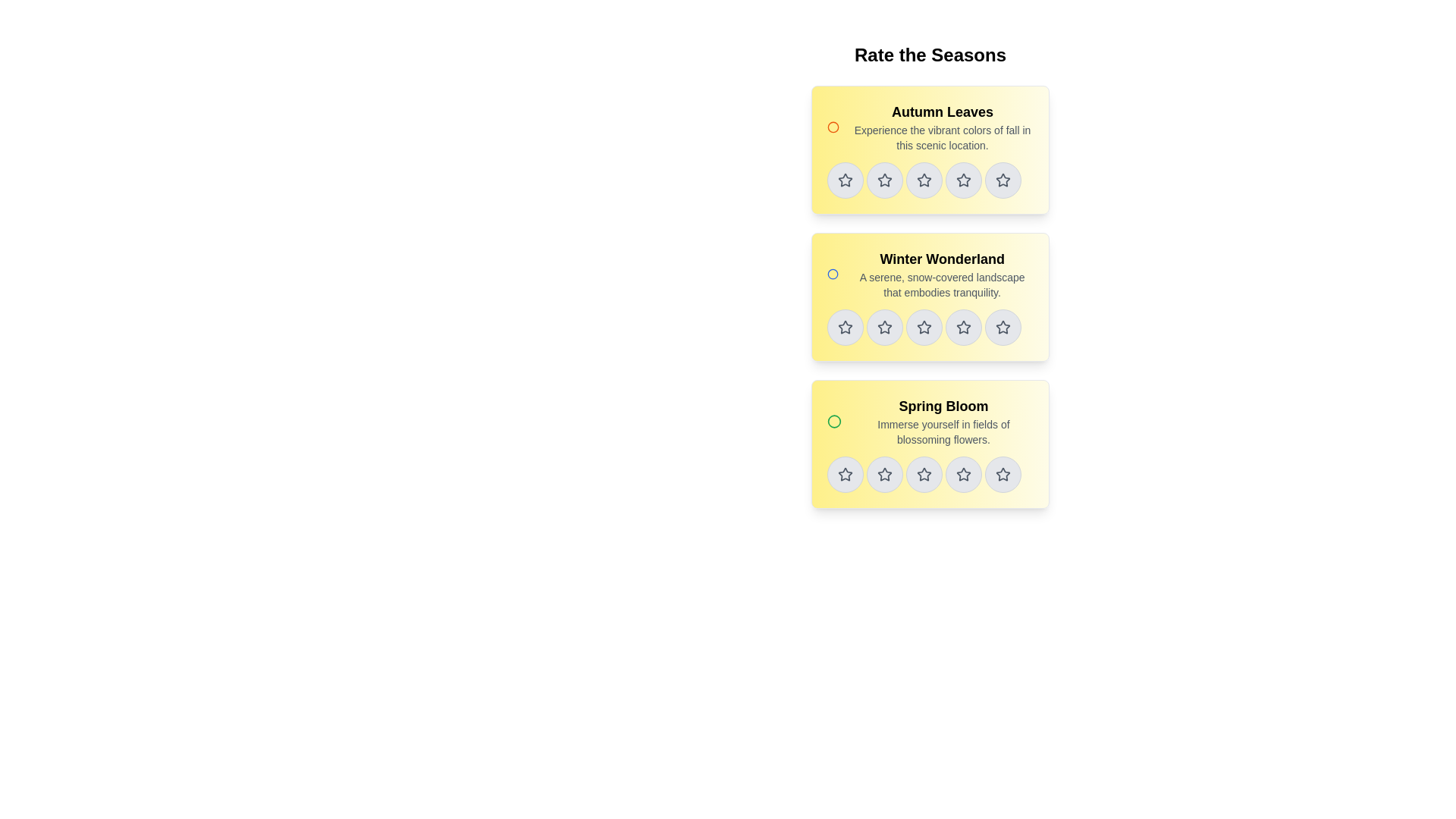 This screenshot has height=819, width=1456. What do you see at coordinates (963, 473) in the screenshot?
I see `the fourth star in the horizontal row of five stars in the 'Spring Bloom' section` at bounding box center [963, 473].